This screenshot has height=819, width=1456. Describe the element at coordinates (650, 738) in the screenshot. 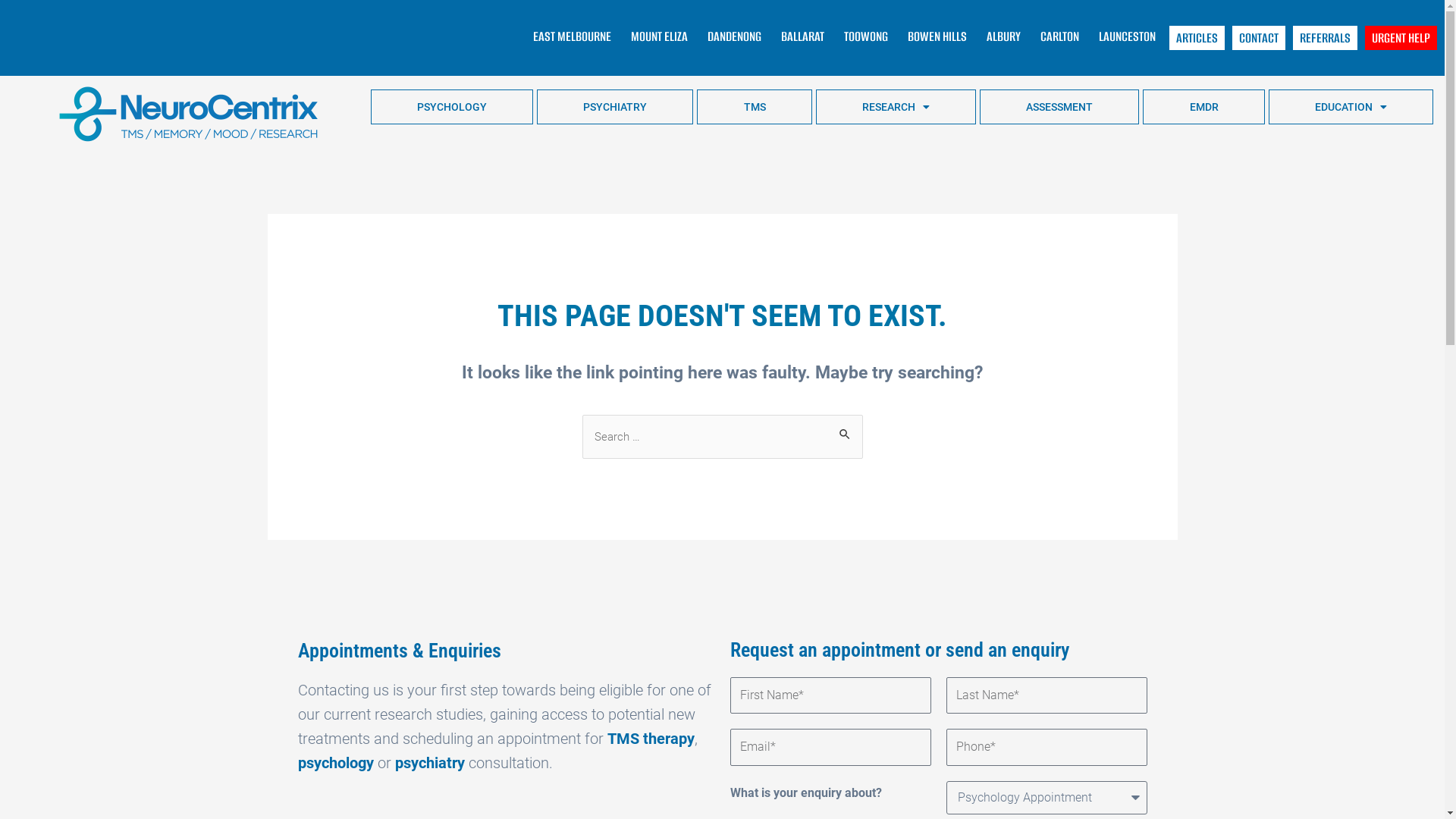

I see `'TMS therapy'` at that location.